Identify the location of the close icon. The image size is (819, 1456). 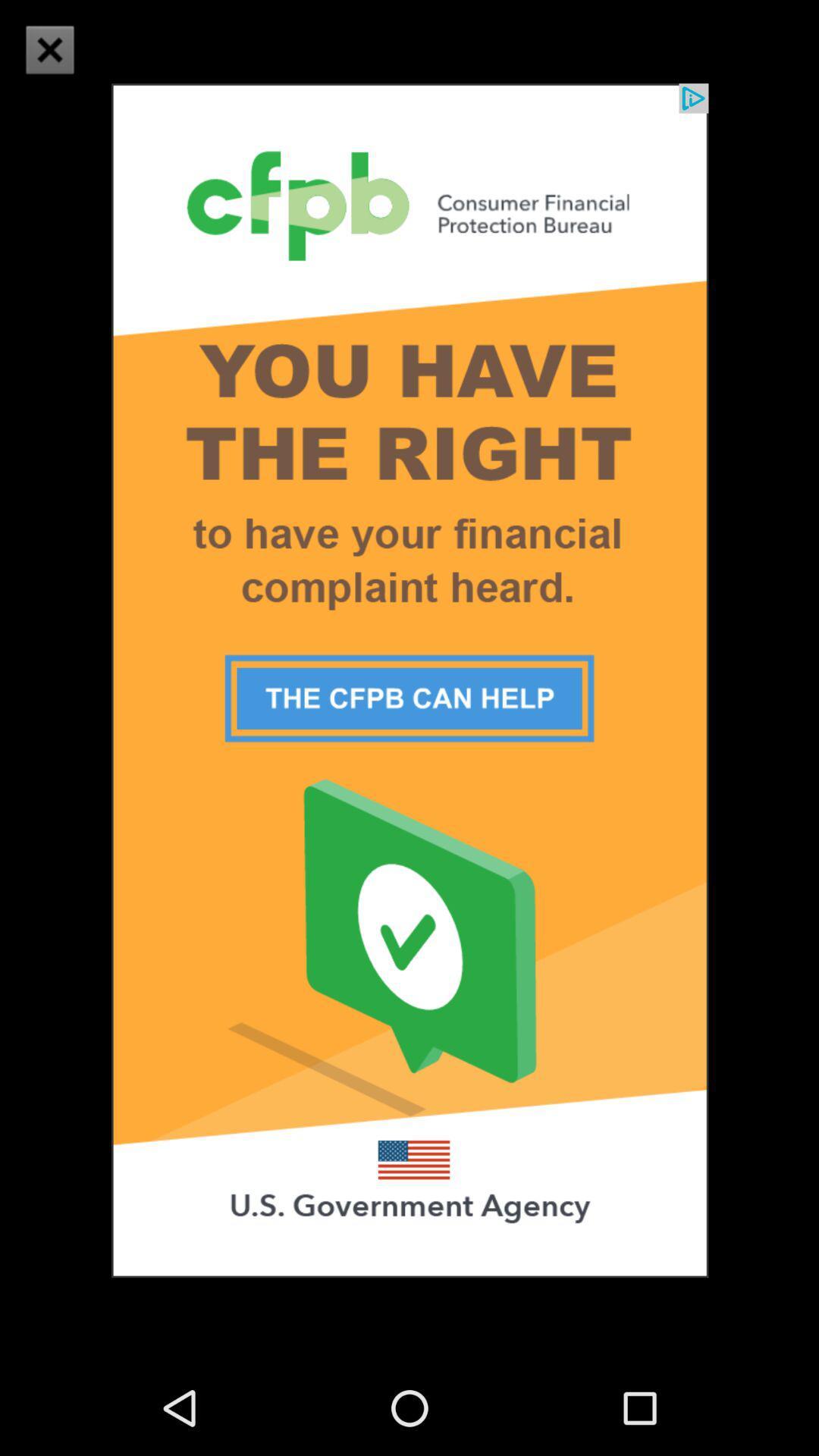
(49, 53).